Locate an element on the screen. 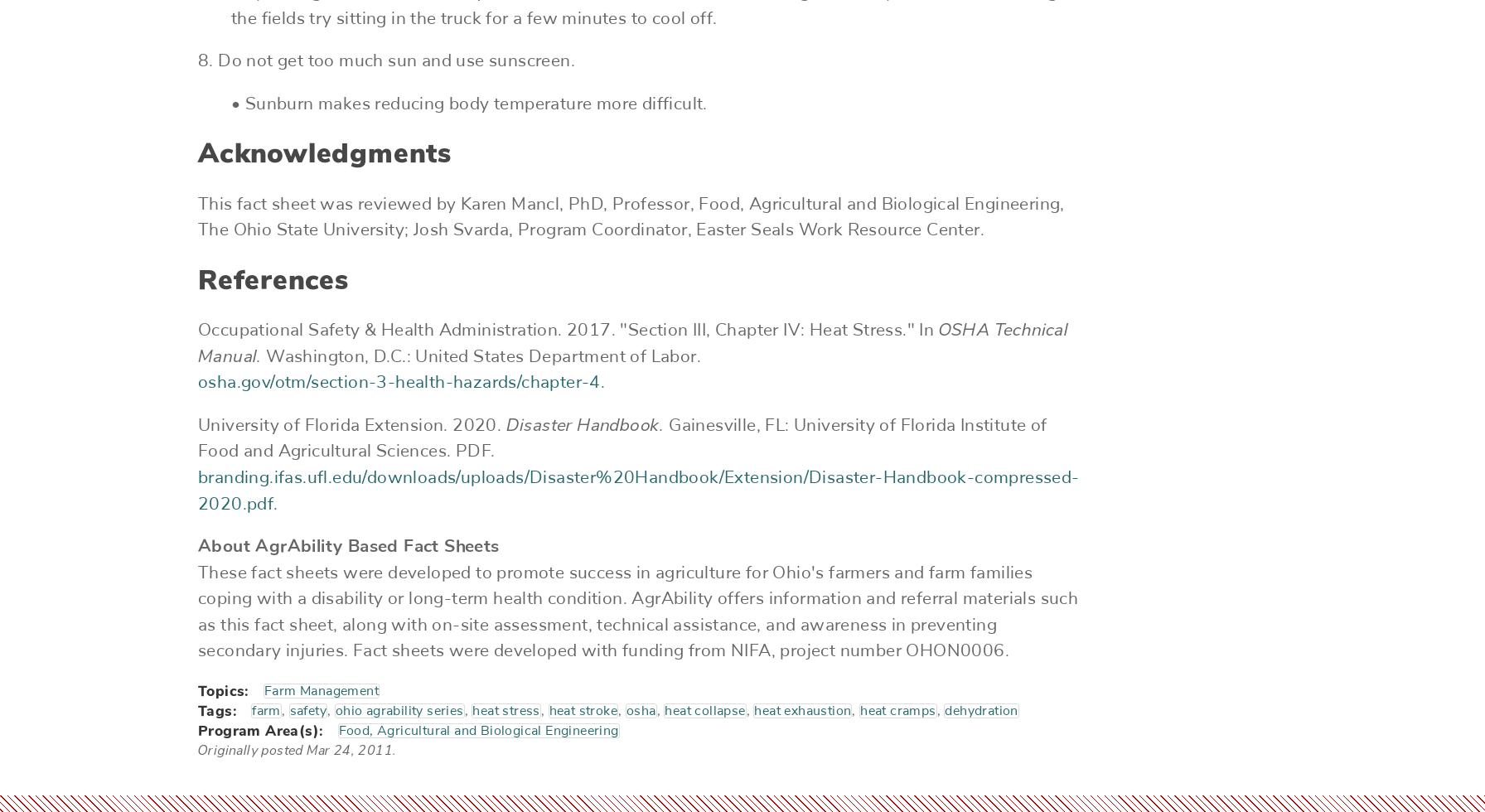 Image resolution: width=1485 pixels, height=812 pixels. 'heat stroke' is located at coordinates (583, 710).